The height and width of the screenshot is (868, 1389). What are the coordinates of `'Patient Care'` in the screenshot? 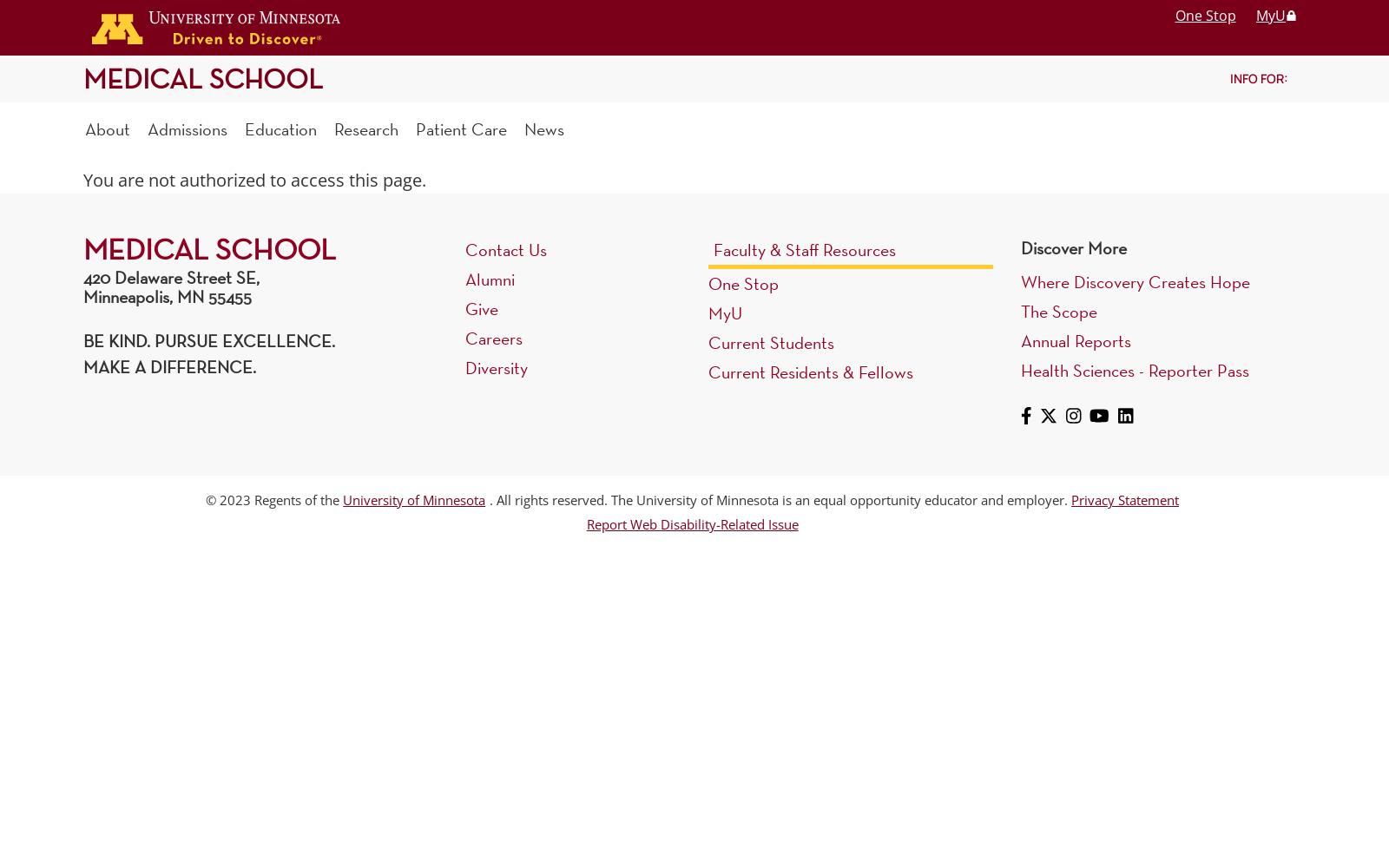 It's located at (460, 128).